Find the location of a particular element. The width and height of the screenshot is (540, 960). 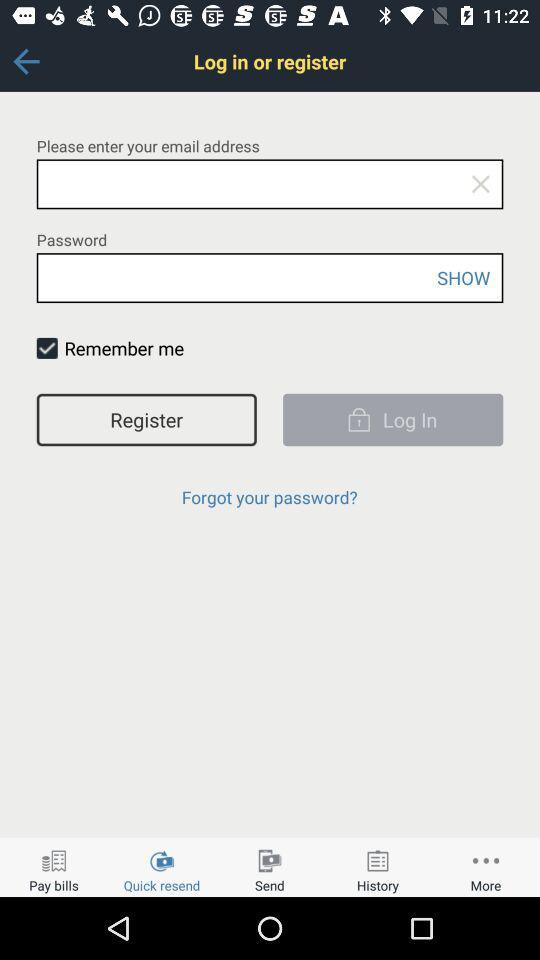

the forgot your password? icon is located at coordinates (269, 496).